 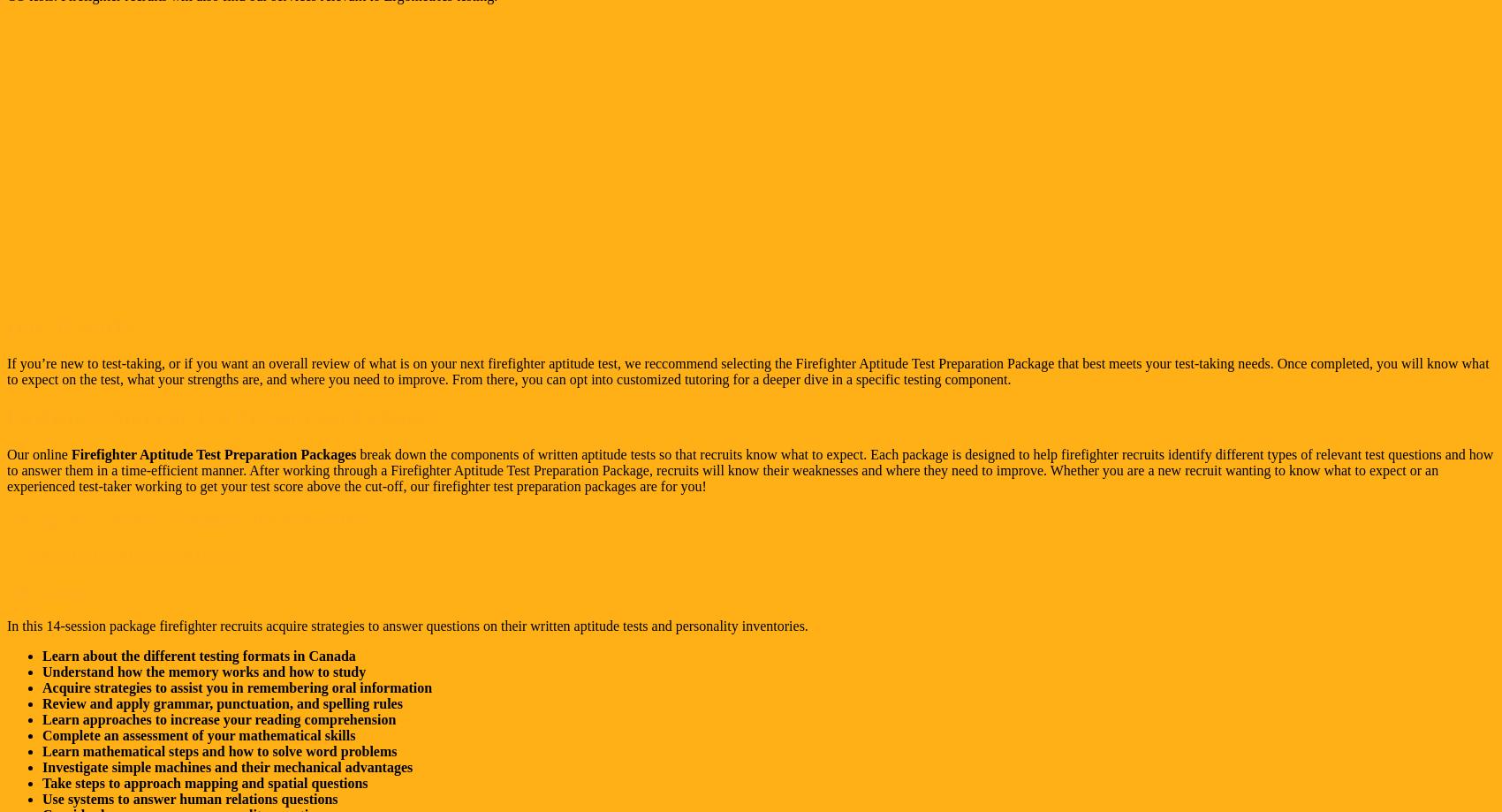 I want to click on 'Learn about the different testing formats in Canada', so click(x=199, y=656).